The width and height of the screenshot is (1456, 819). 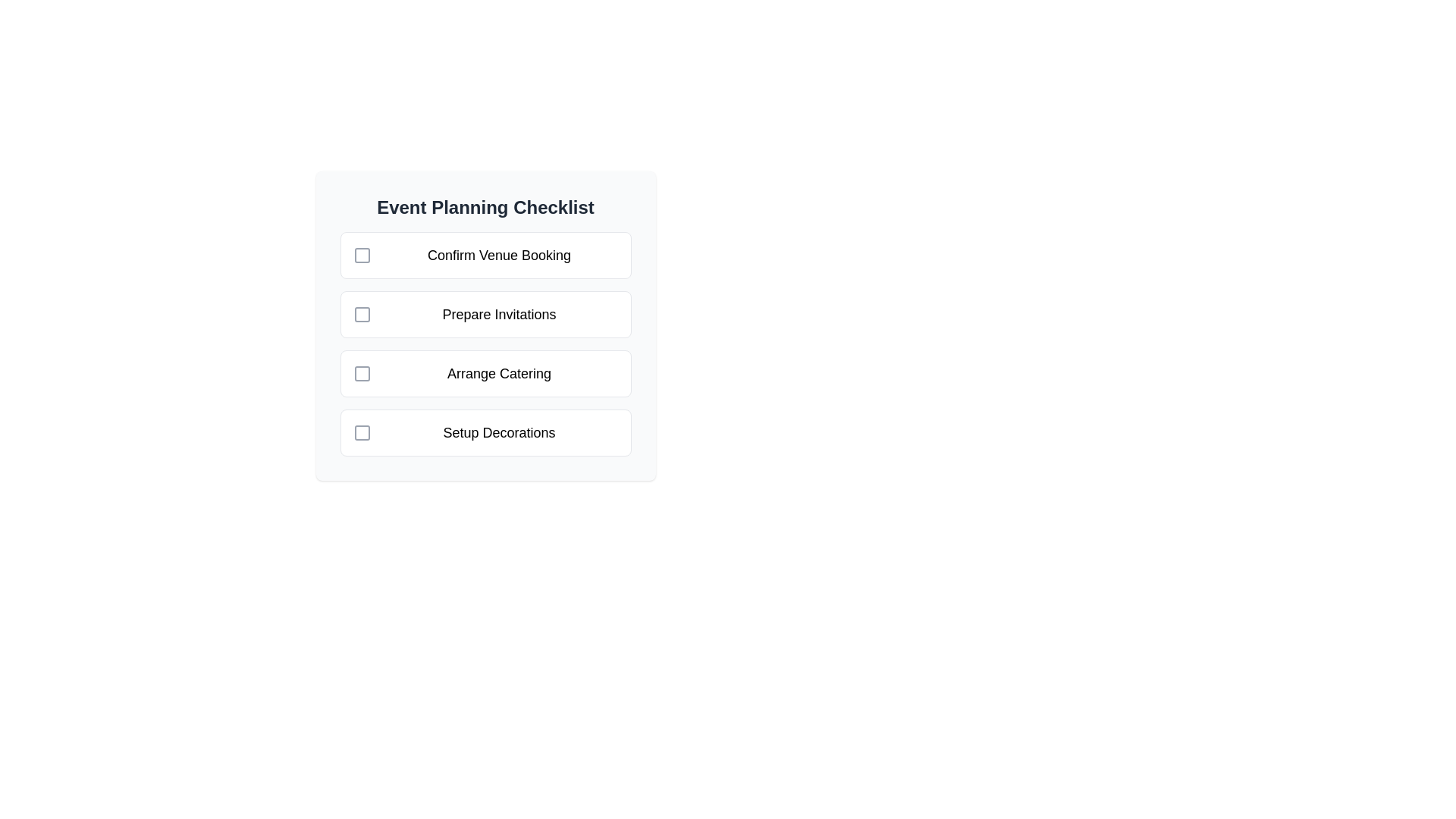 I want to click on the unselected checkbox located next to the text 'Setup Decorations' in the fourth item of the checklist, so click(x=361, y=432).